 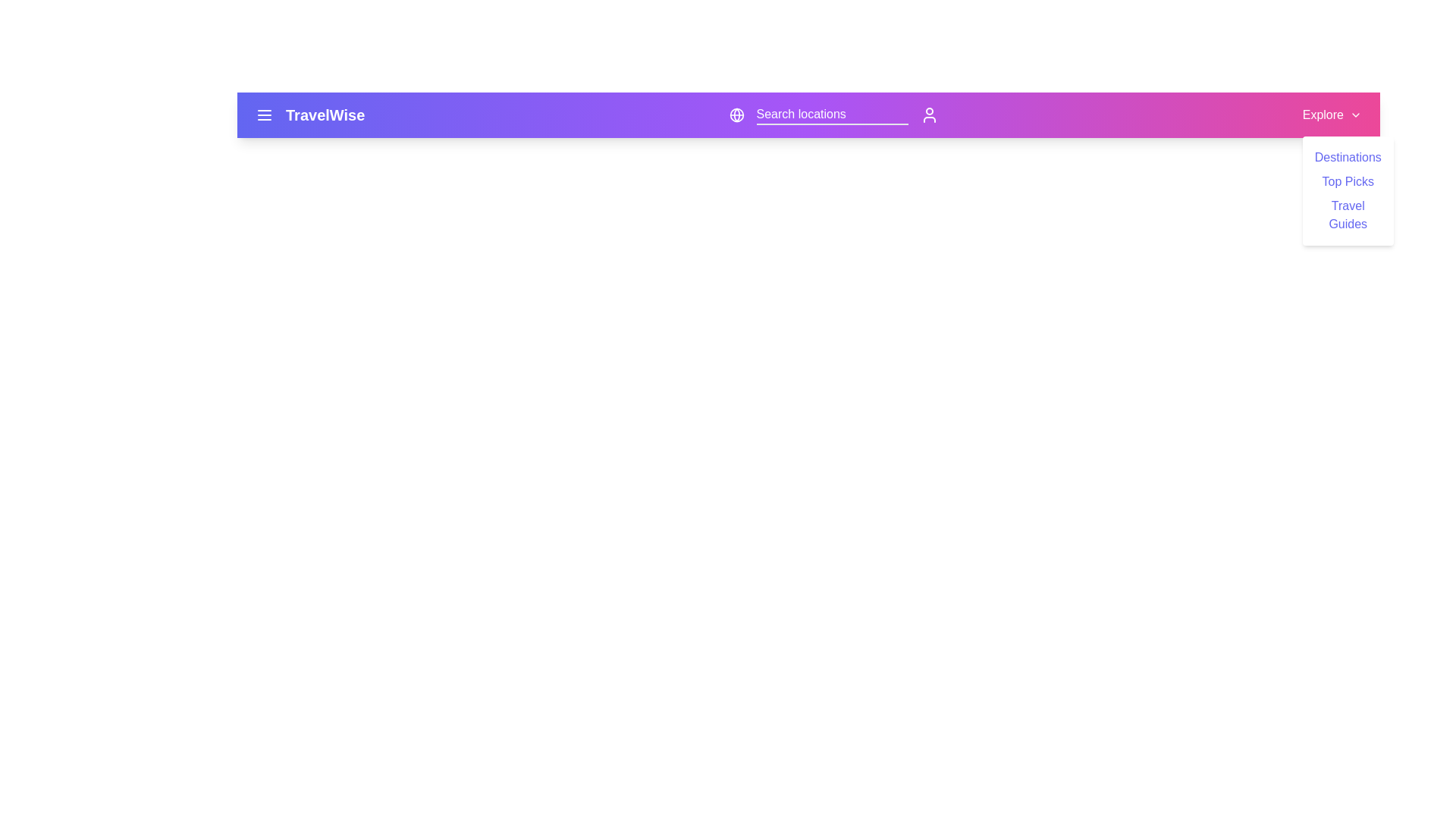 I want to click on the 'Top Picks' option in the dropdown menu, so click(x=1347, y=180).